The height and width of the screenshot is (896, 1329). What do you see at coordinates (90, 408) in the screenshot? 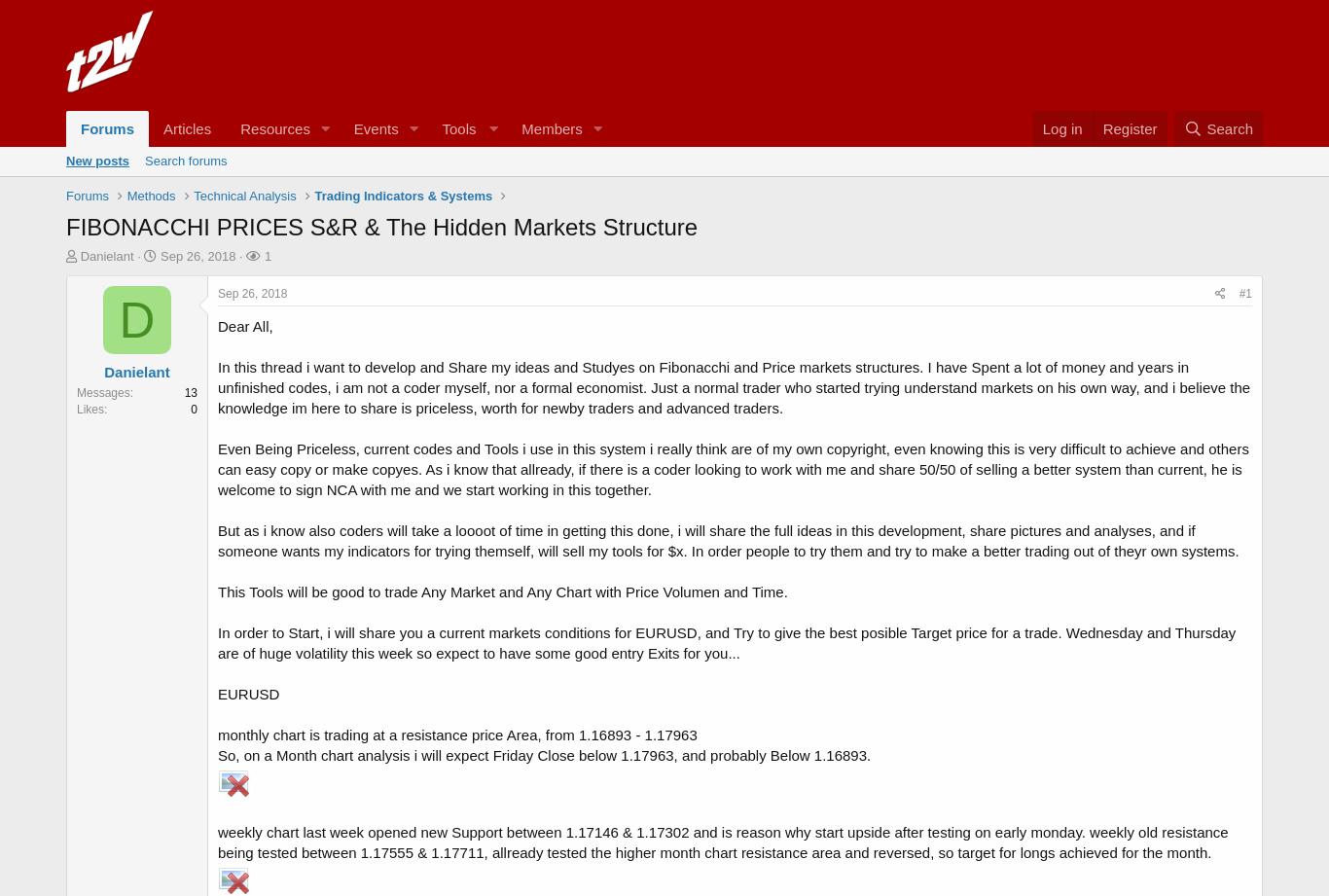
I see `'Likes'` at bounding box center [90, 408].